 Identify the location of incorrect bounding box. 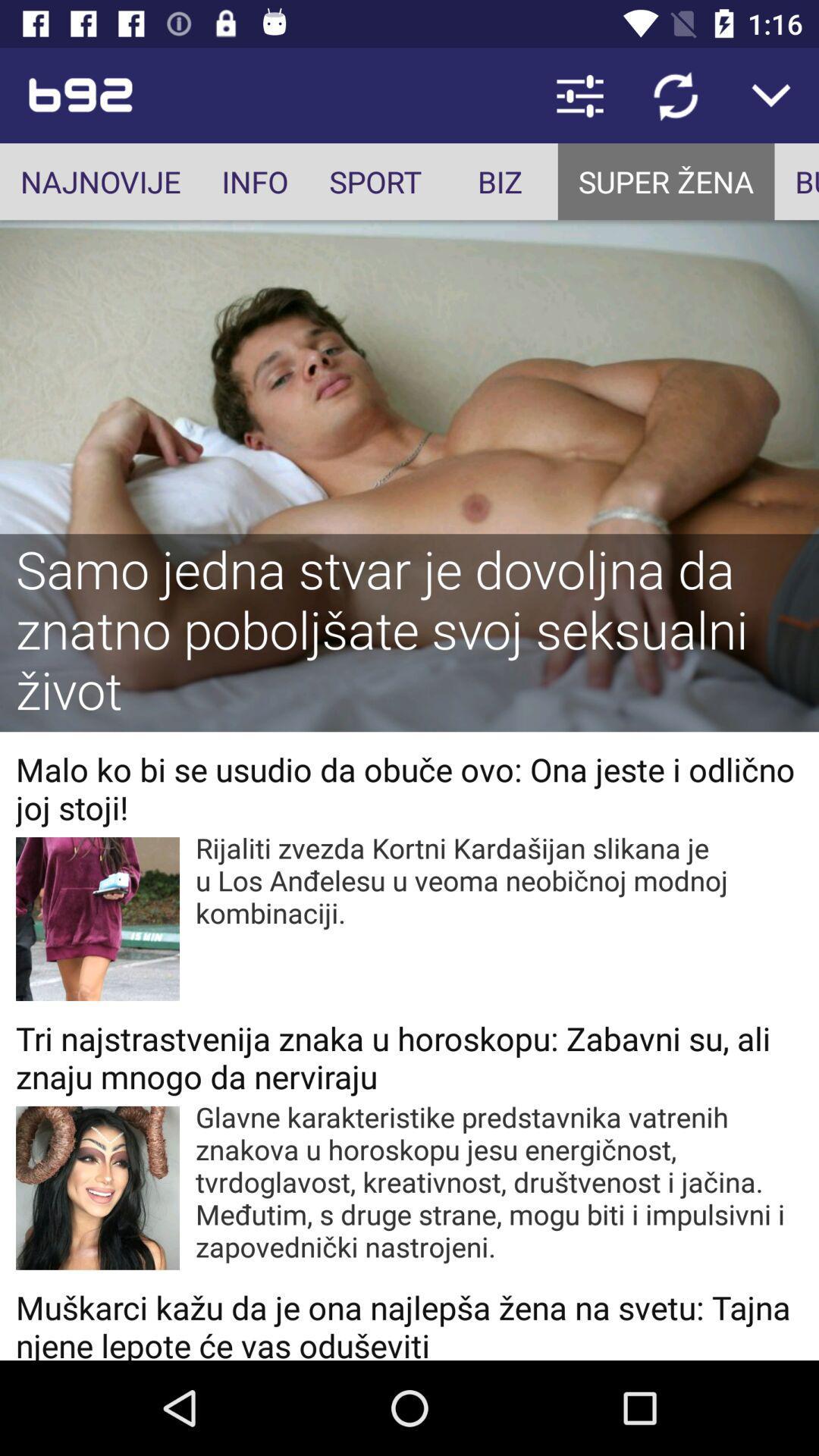
(795, 181).